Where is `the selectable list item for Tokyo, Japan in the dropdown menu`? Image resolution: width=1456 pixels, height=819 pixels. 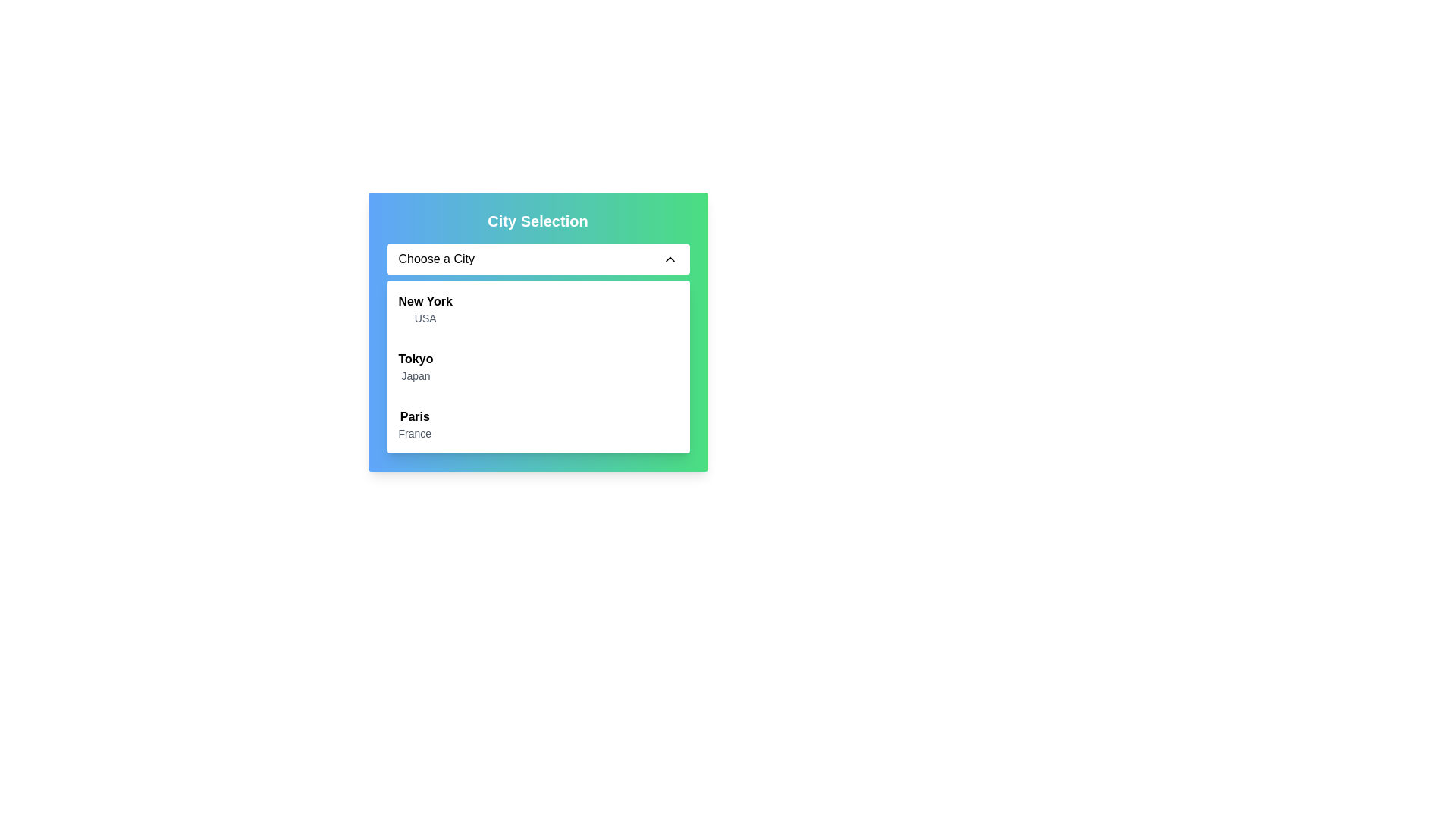
the selectable list item for Tokyo, Japan in the dropdown menu is located at coordinates (416, 366).